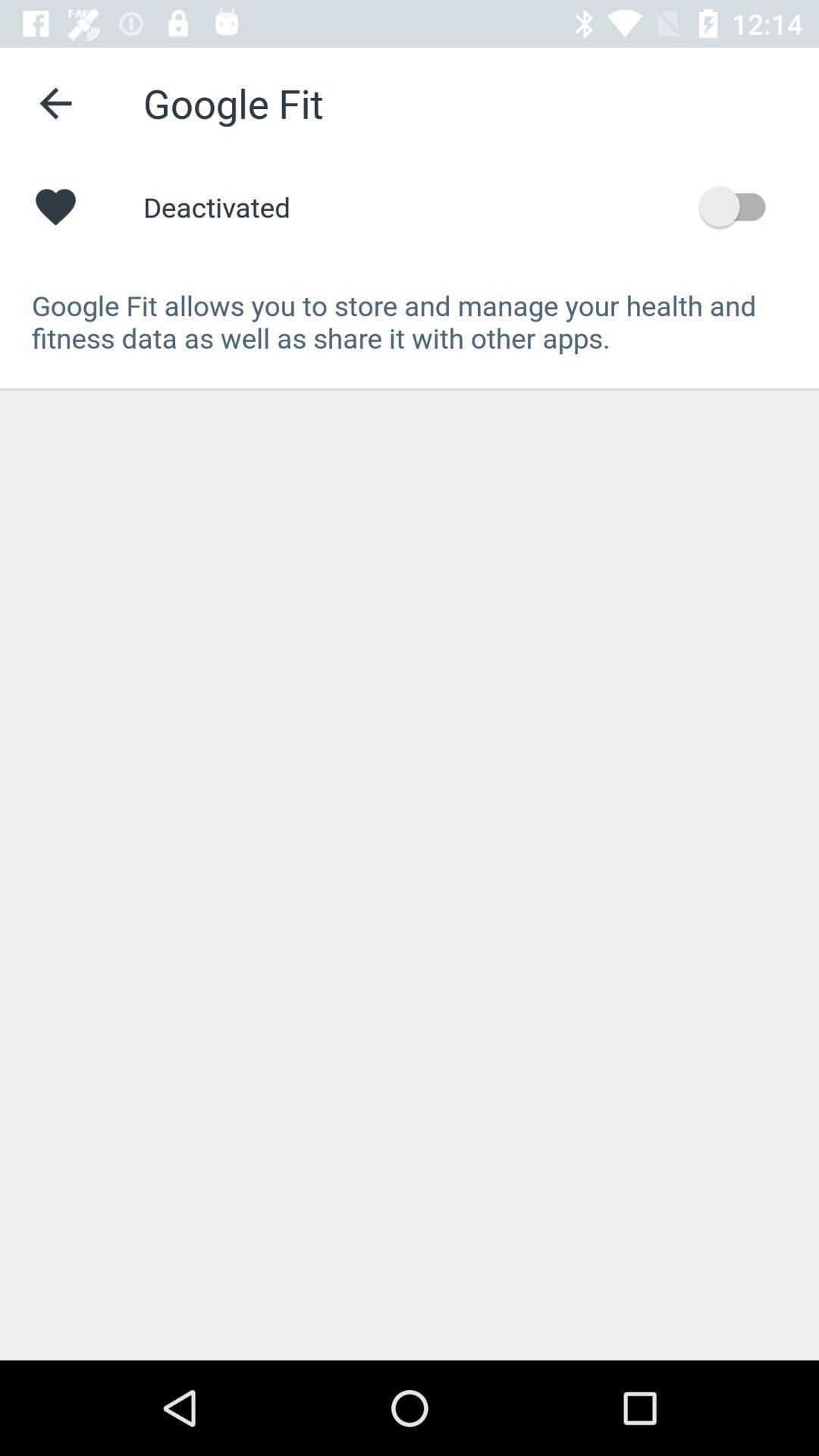 Image resolution: width=819 pixels, height=1456 pixels. What do you see at coordinates (55, 102) in the screenshot?
I see `icon to the left of the google fit` at bounding box center [55, 102].